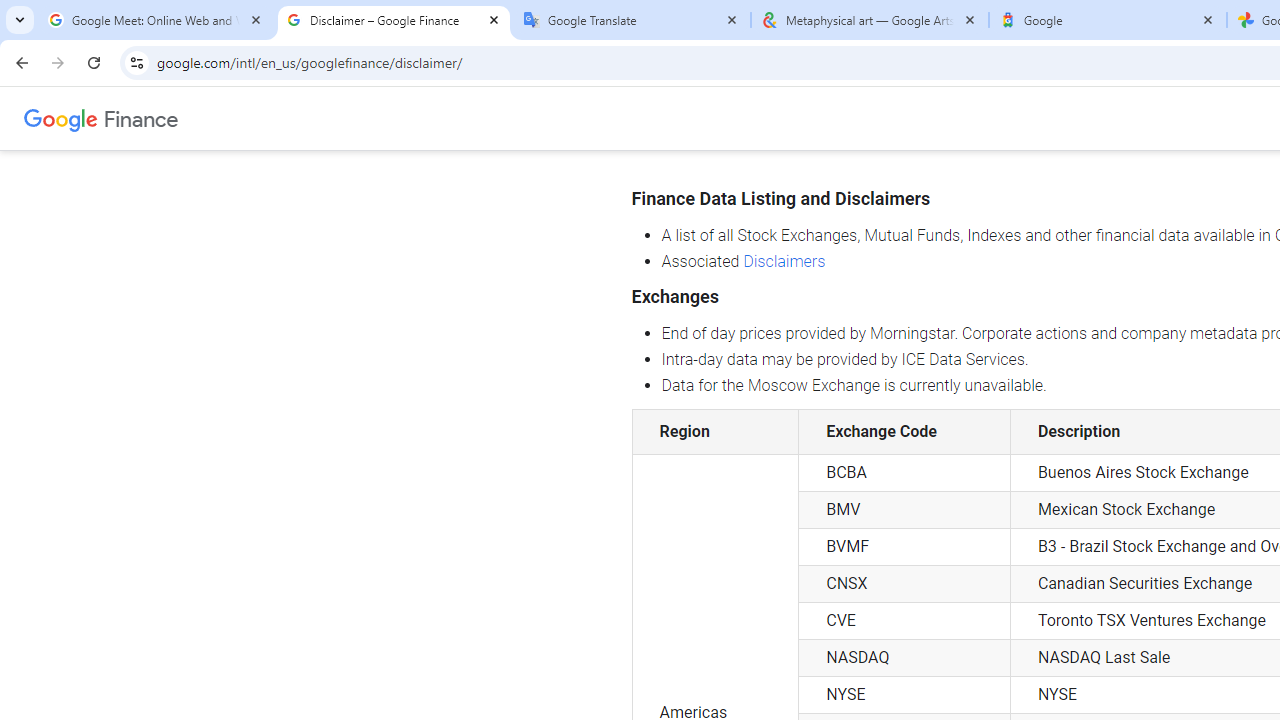 This screenshot has height=720, width=1280. What do you see at coordinates (1107, 20) in the screenshot?
I see `'Google'` at bounding box center [1107, 20].